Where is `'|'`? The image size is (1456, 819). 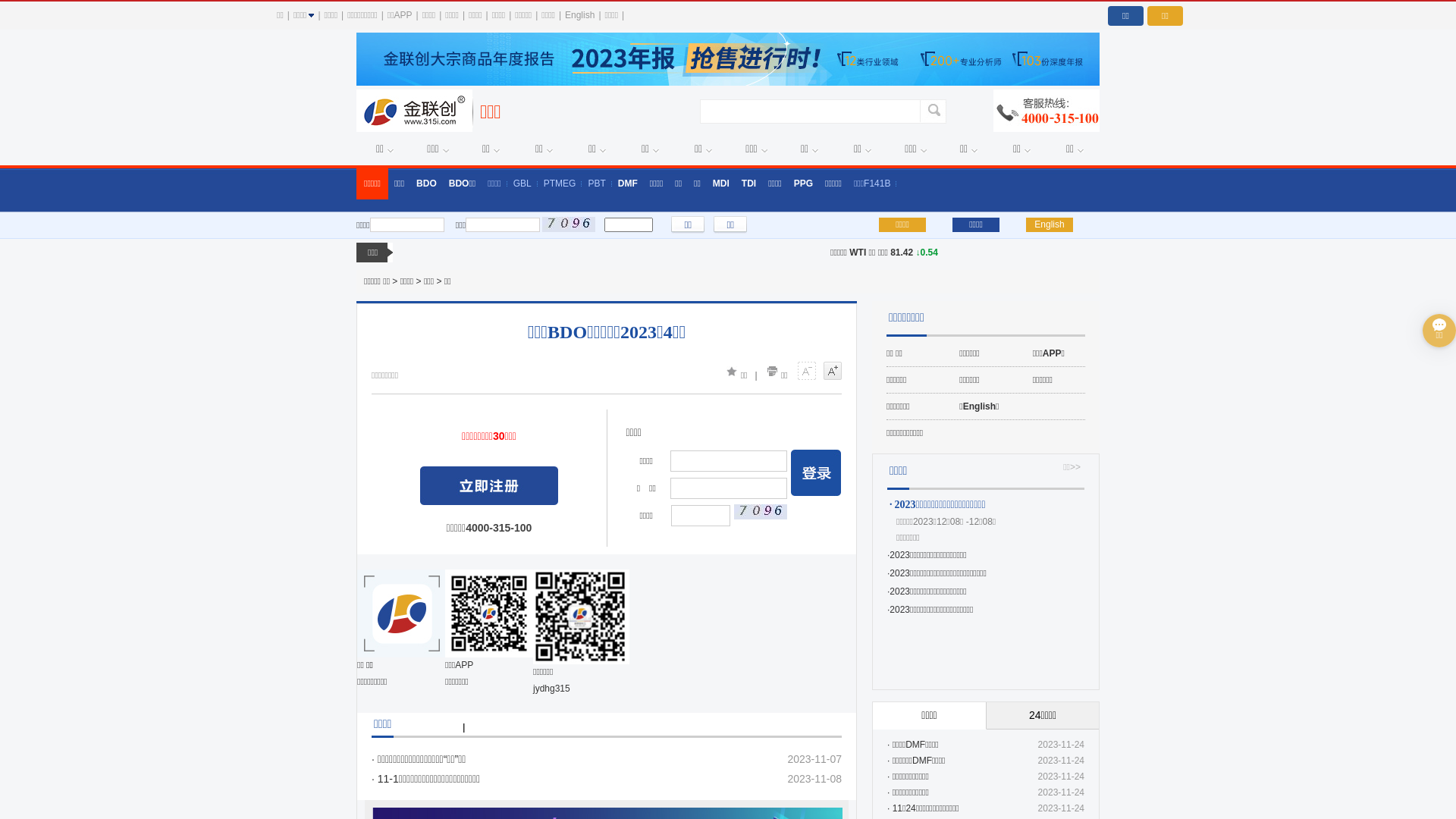 '|' is located at coordinates (463, 726).